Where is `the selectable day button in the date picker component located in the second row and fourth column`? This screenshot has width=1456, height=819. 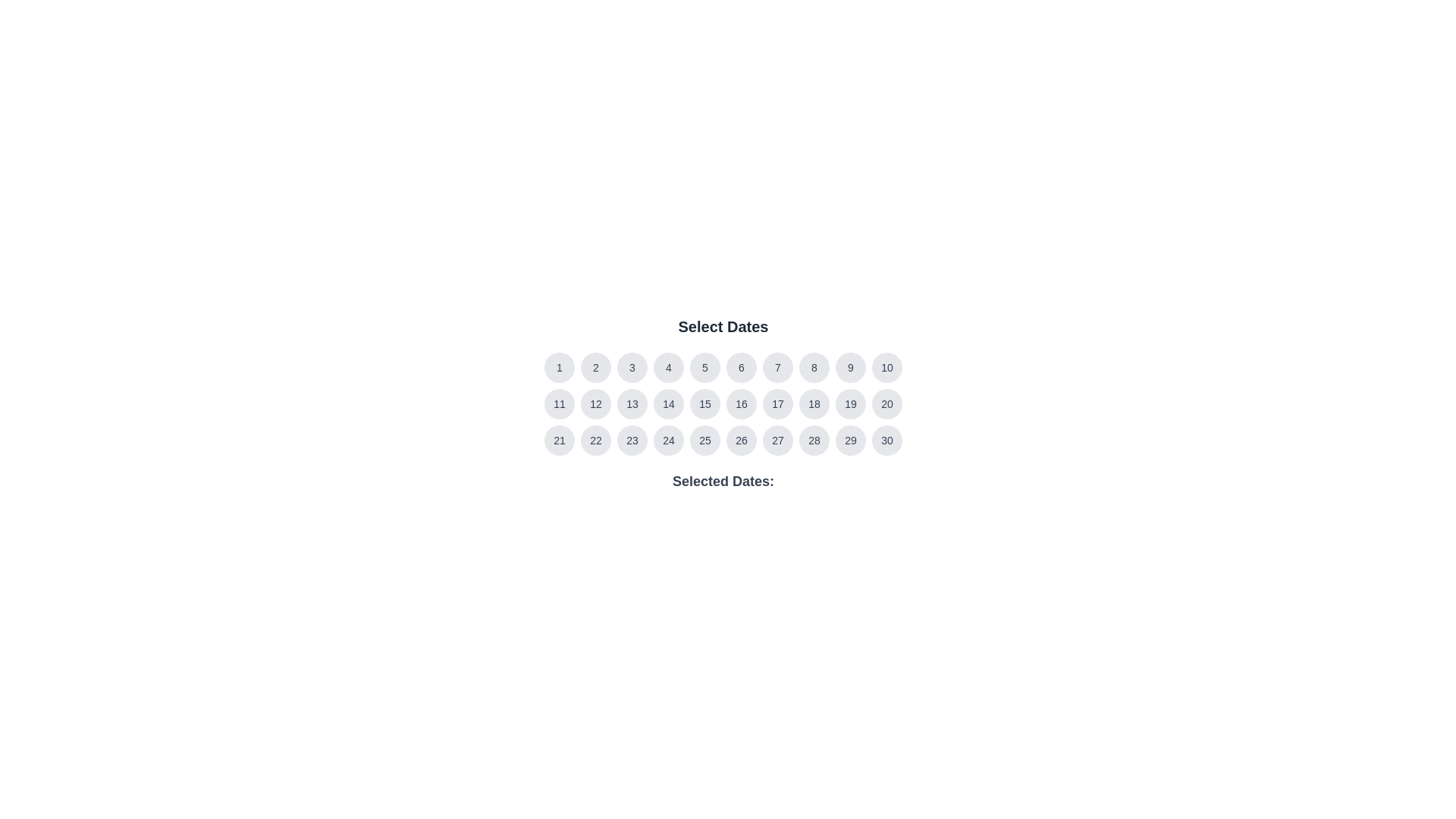
the selectable day button in the date picker component located in the second row and fourth column is located at coordinates (668, 403).